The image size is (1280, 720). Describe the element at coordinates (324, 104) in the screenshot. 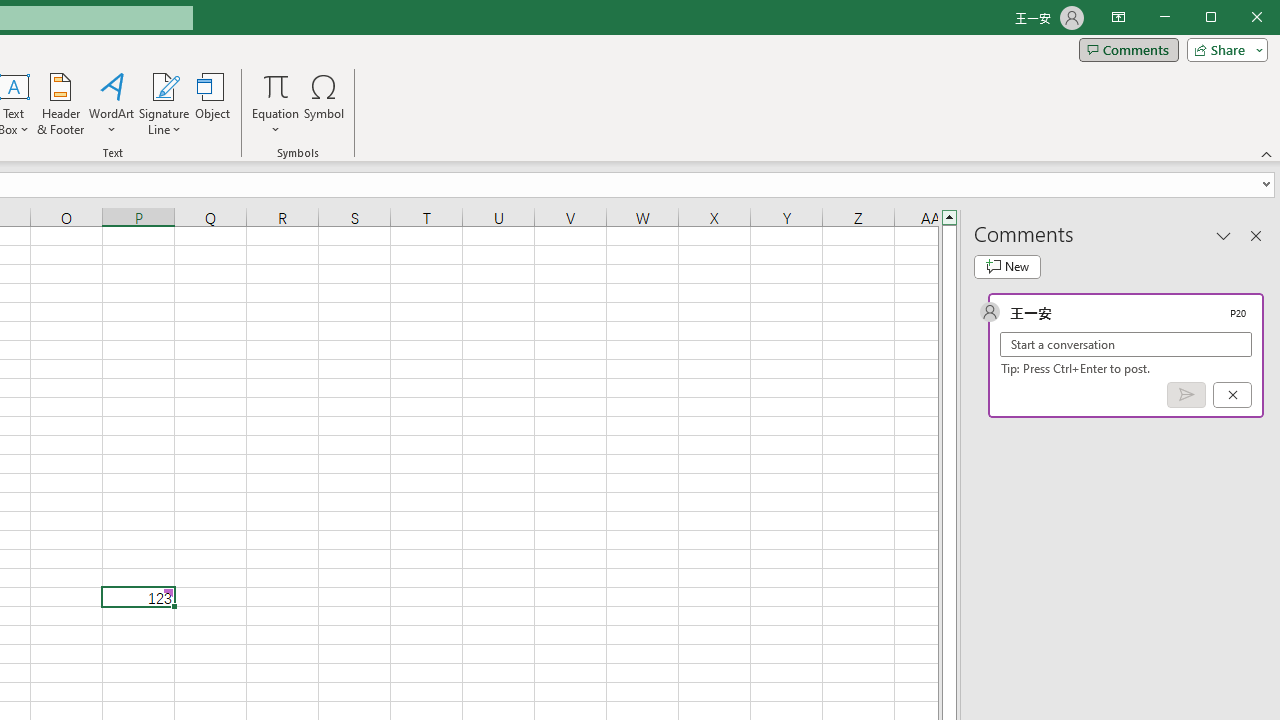

I see `'Symbol...'` at that location.